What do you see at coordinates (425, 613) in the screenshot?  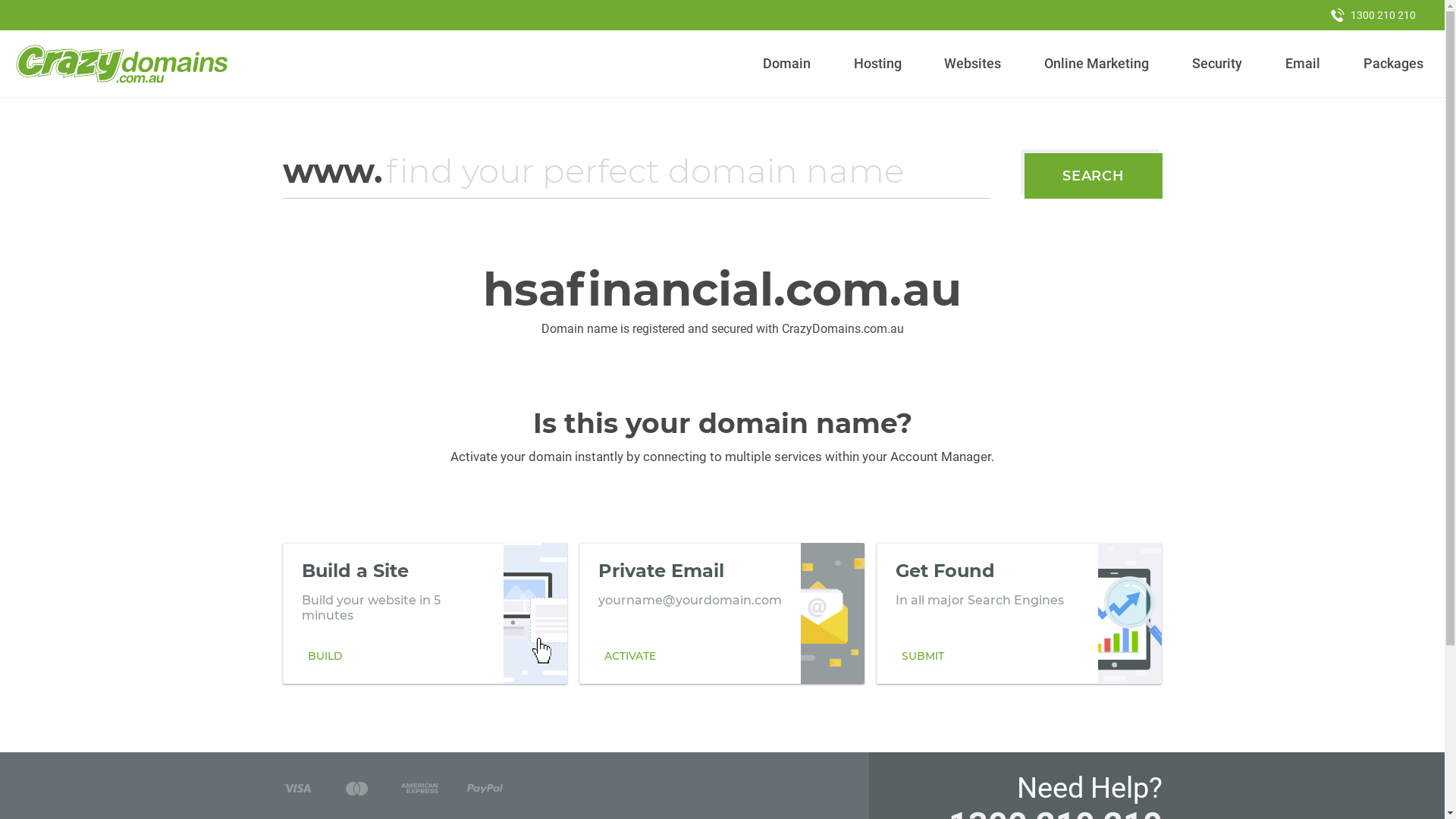 I see `'Build a Site` at bounding box center [425, 613].